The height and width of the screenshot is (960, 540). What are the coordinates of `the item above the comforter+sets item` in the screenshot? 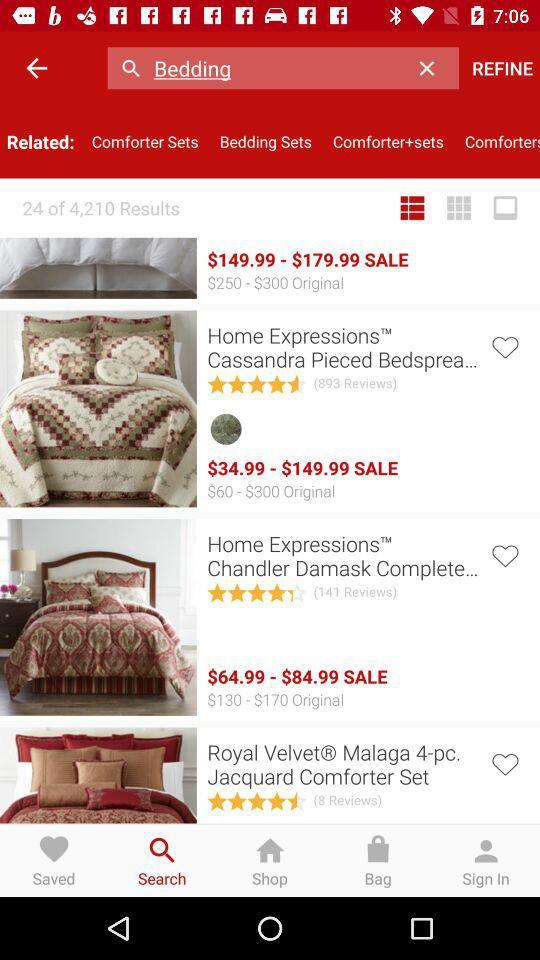 It's located at (431, 68).